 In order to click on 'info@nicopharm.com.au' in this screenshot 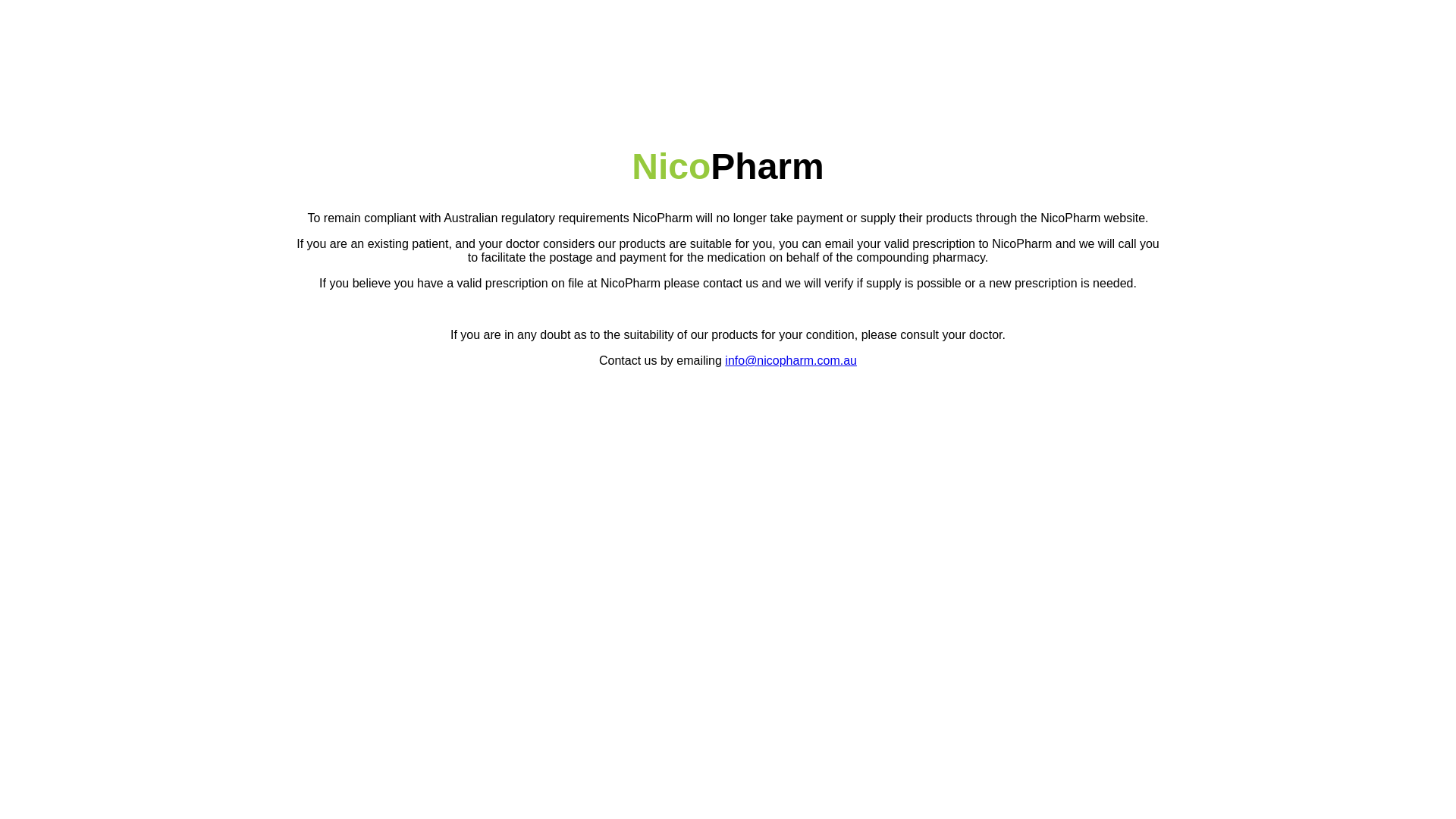, I will do `click(789, 360)`.